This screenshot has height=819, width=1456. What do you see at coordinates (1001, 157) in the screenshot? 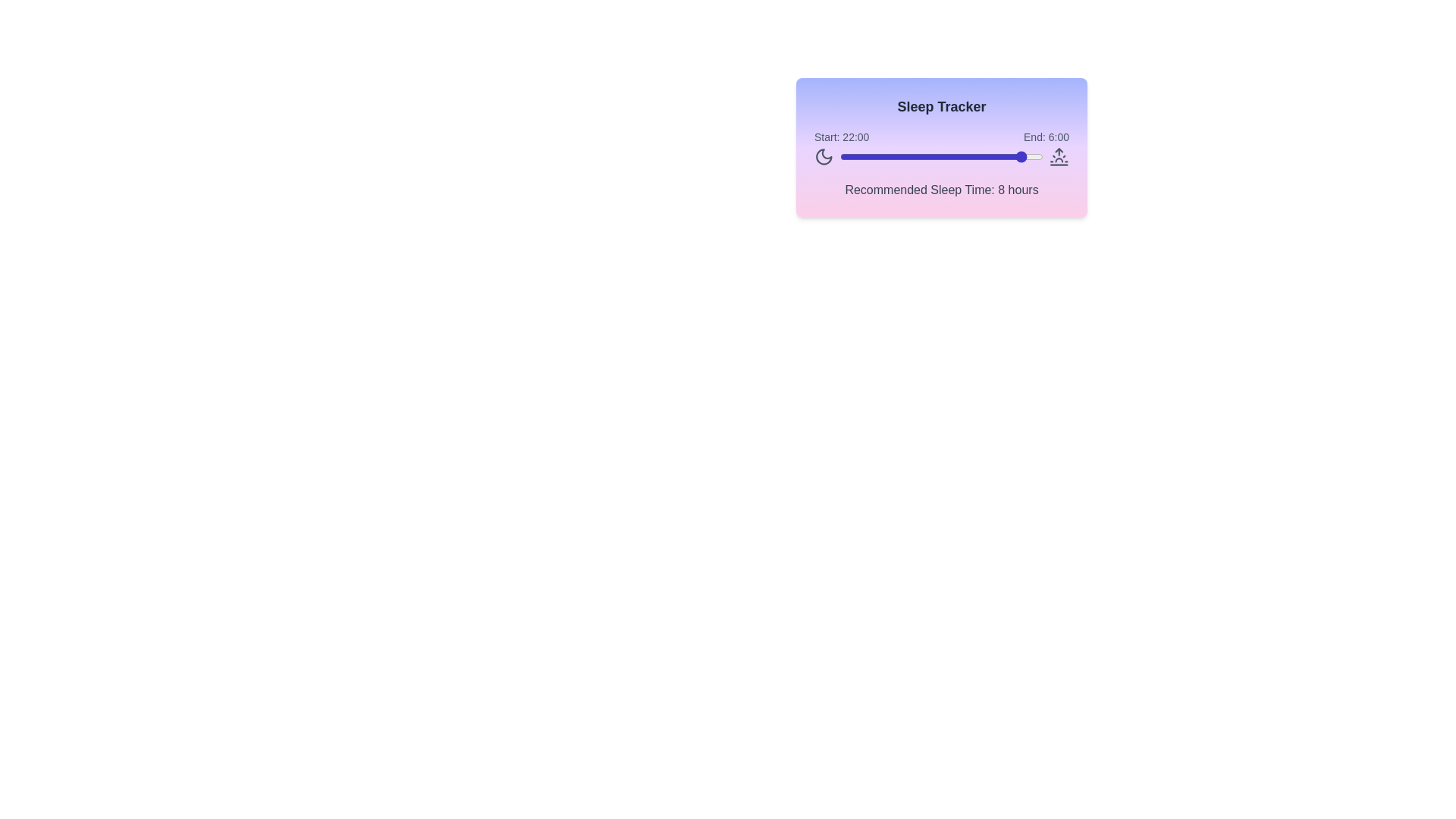
I see `the sleep time slider to set the start time to 19` at bounding box center [1001, 157].